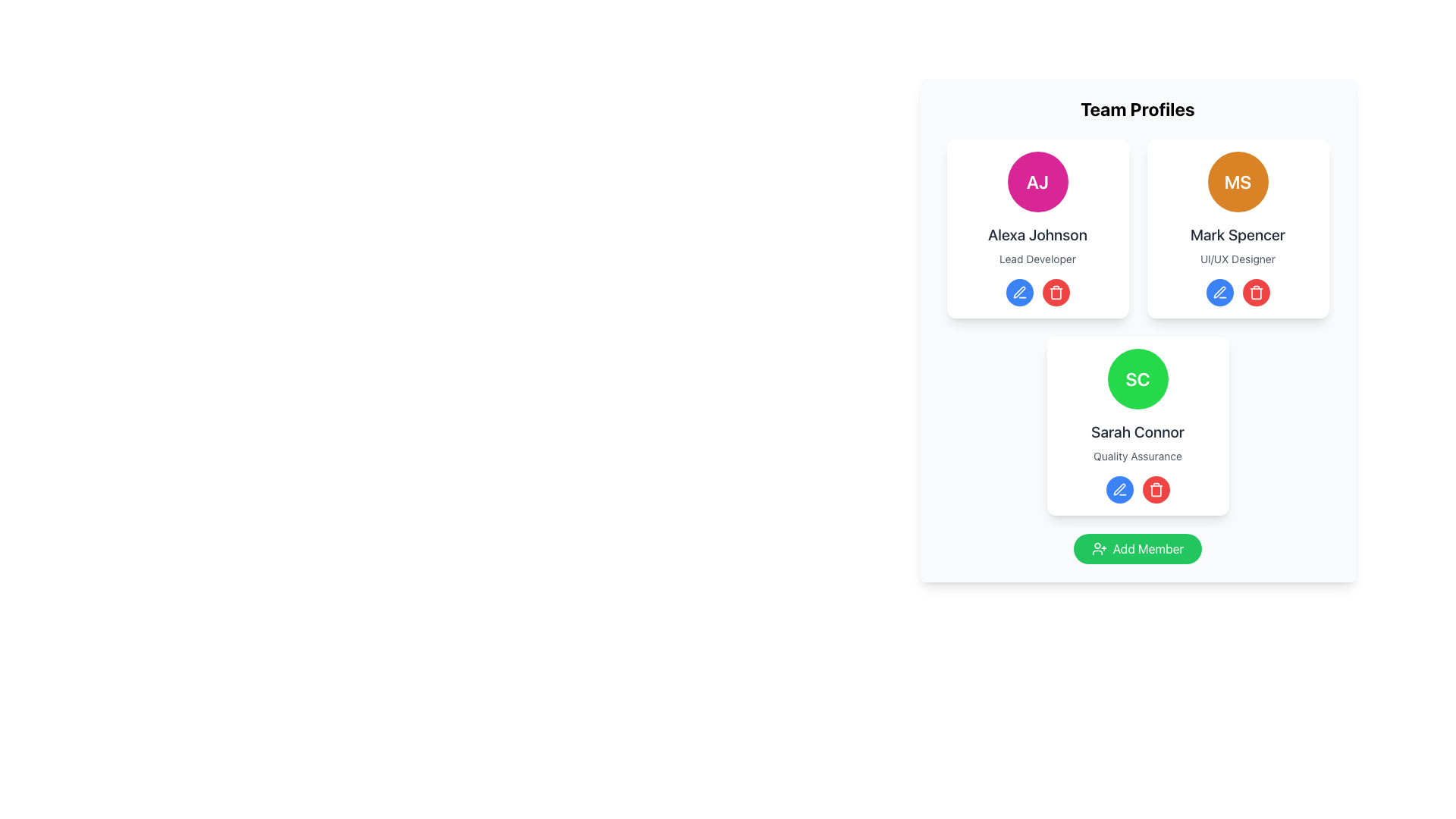 This screenshot has height=819, width=1456. I want to click on the delete button for 'Sarah Connor' located at the bottom right of her team profile card, so click(1155, 489).